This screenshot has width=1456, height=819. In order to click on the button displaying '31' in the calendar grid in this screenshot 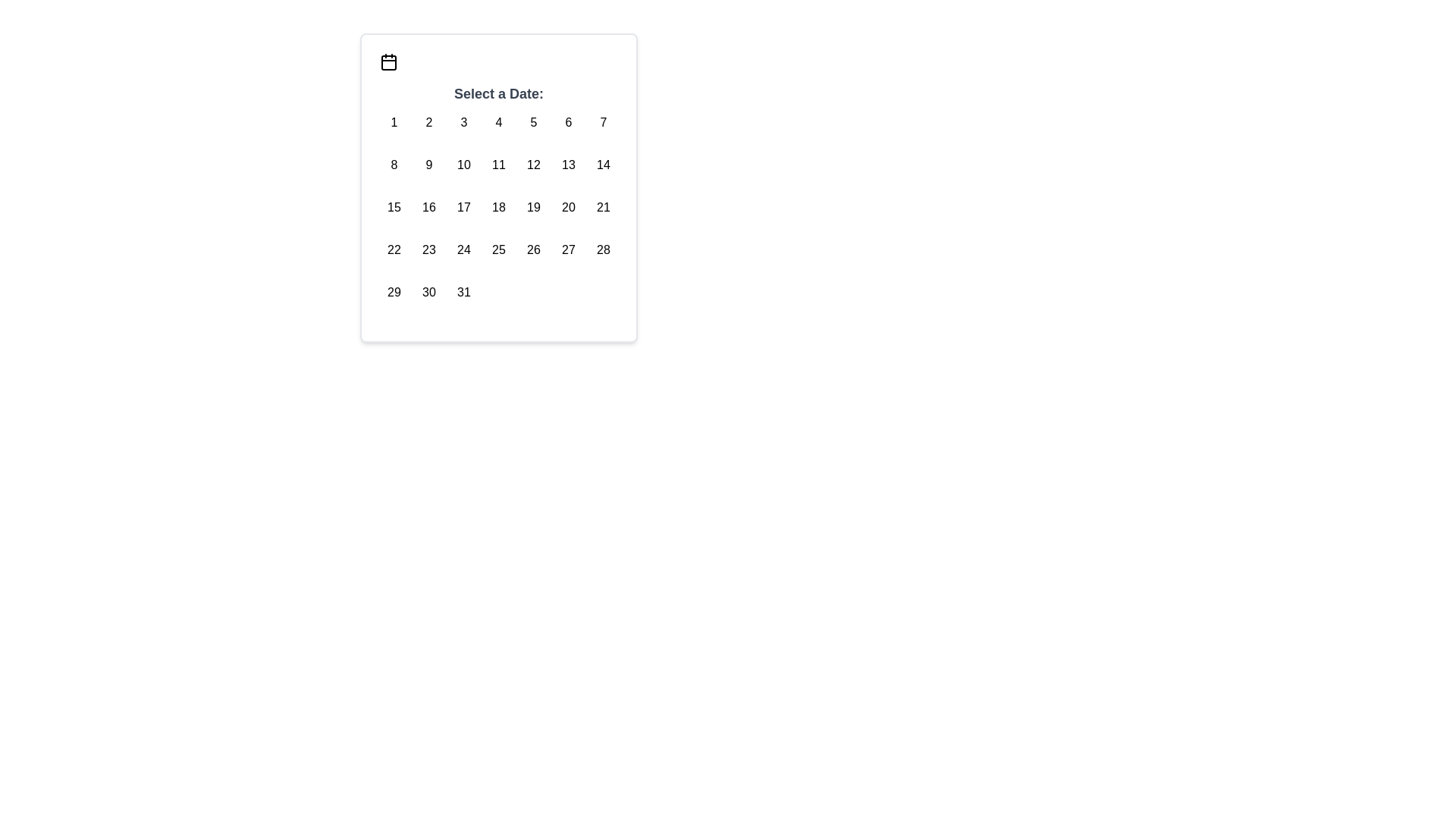, I will do `click(463, 292)`.